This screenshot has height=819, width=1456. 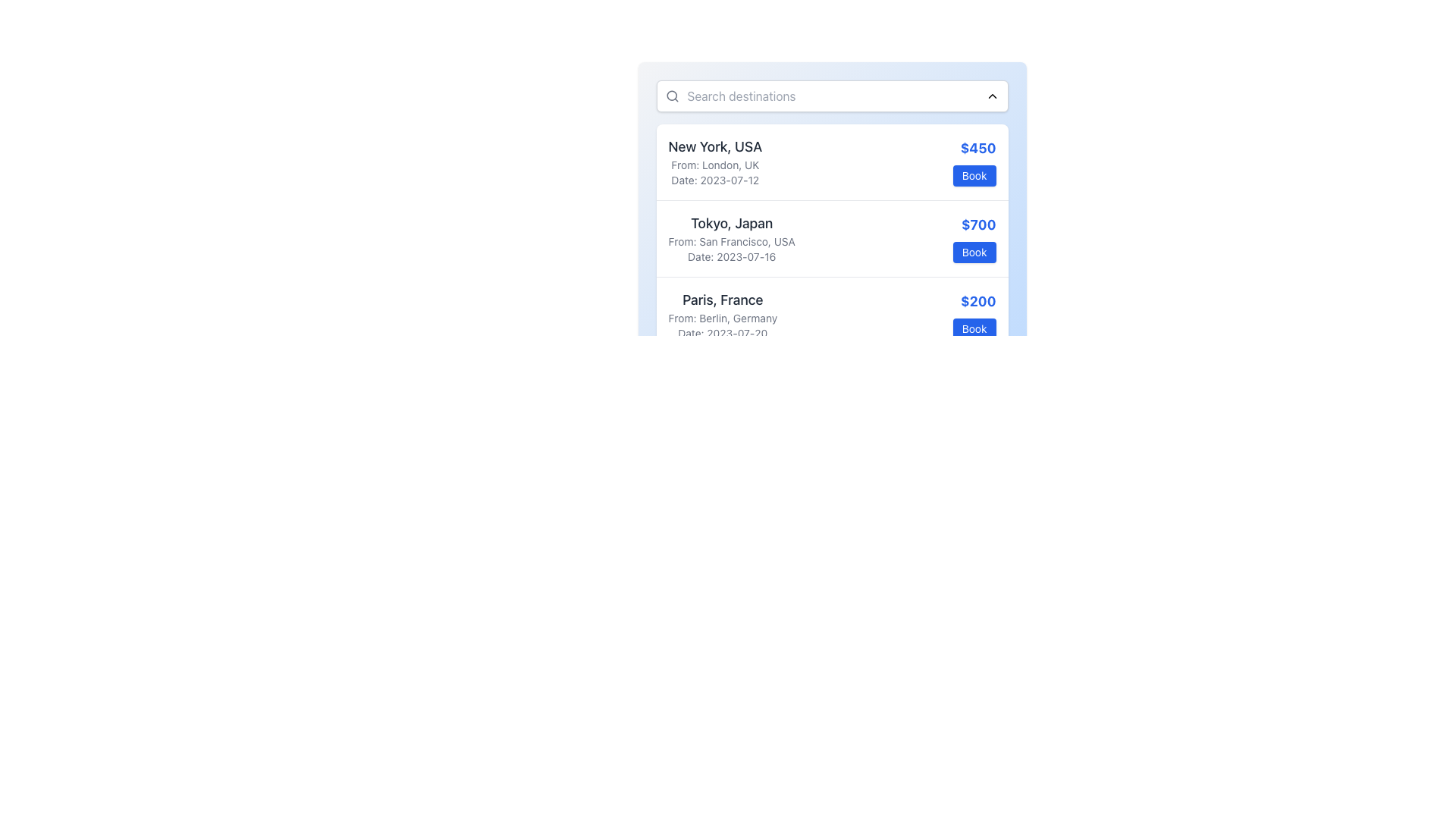 What do you see at coordinates (974, 239) in the screenshot?
I see `price information displayed in the Composite element for the trip to Tokyo, Japan, which includes a text component and a button for booking` at bounding box center [974, 239].